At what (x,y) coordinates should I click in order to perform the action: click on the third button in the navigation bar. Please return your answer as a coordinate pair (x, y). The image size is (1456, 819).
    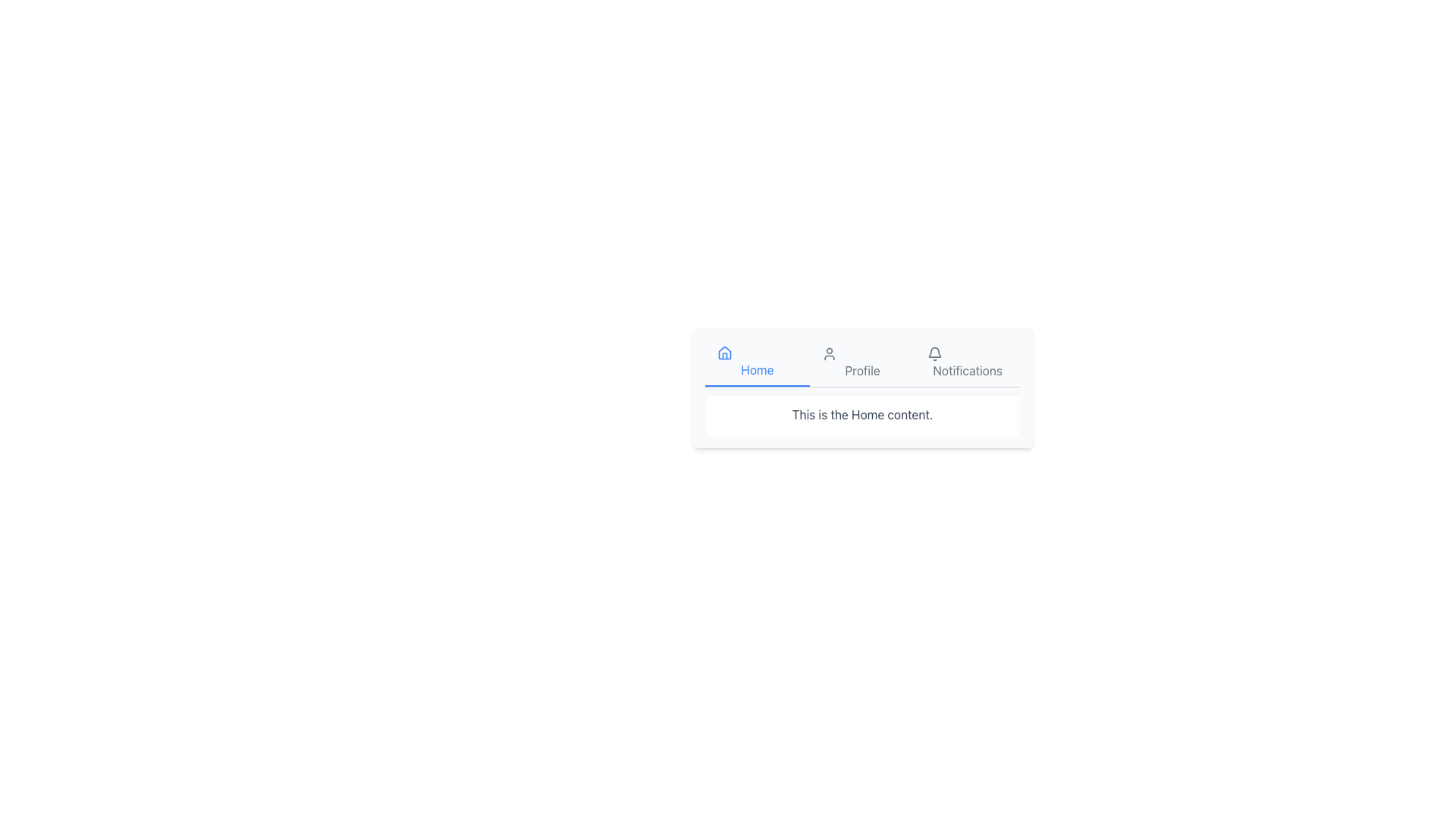
    Looking at the image, I should click on (967, 362).